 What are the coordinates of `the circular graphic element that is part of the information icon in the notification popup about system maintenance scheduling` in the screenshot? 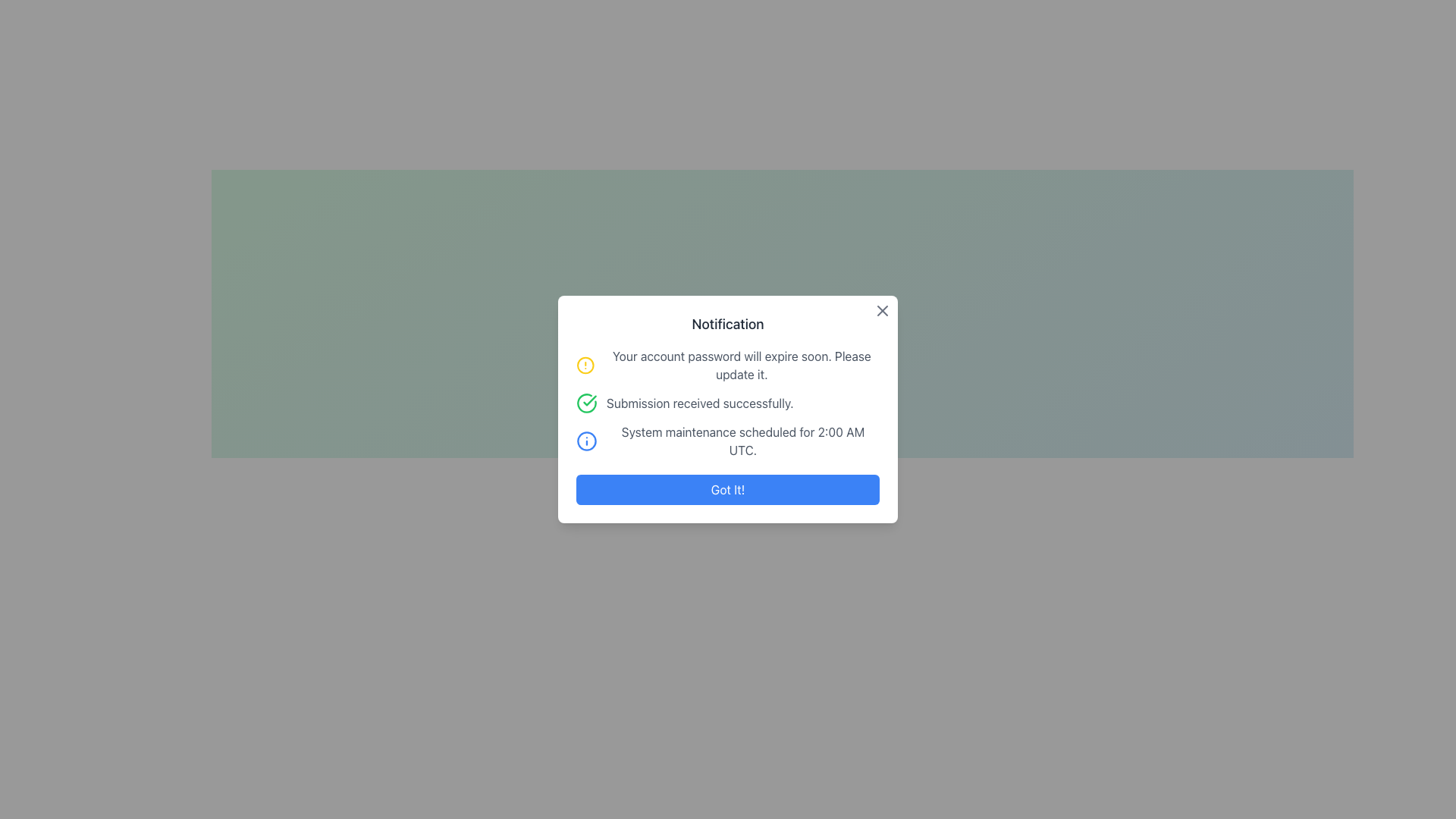 It's located at (585, 441).